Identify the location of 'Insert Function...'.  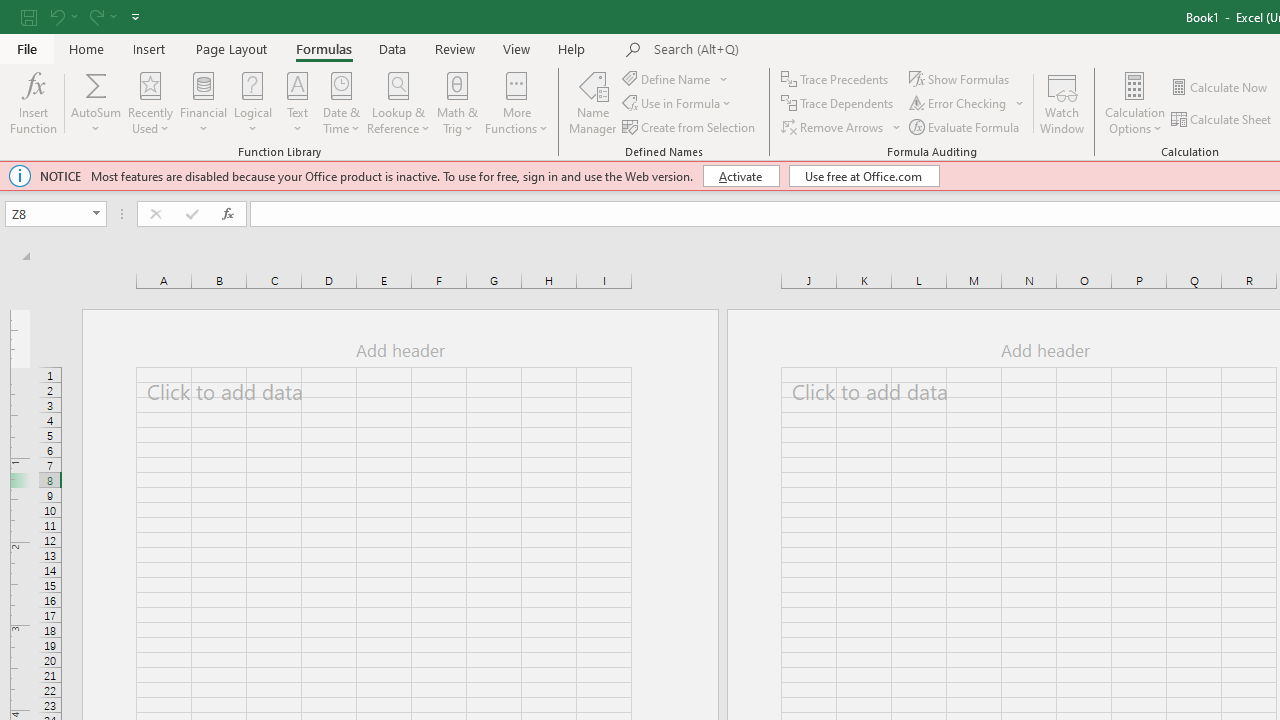
(33, 103).